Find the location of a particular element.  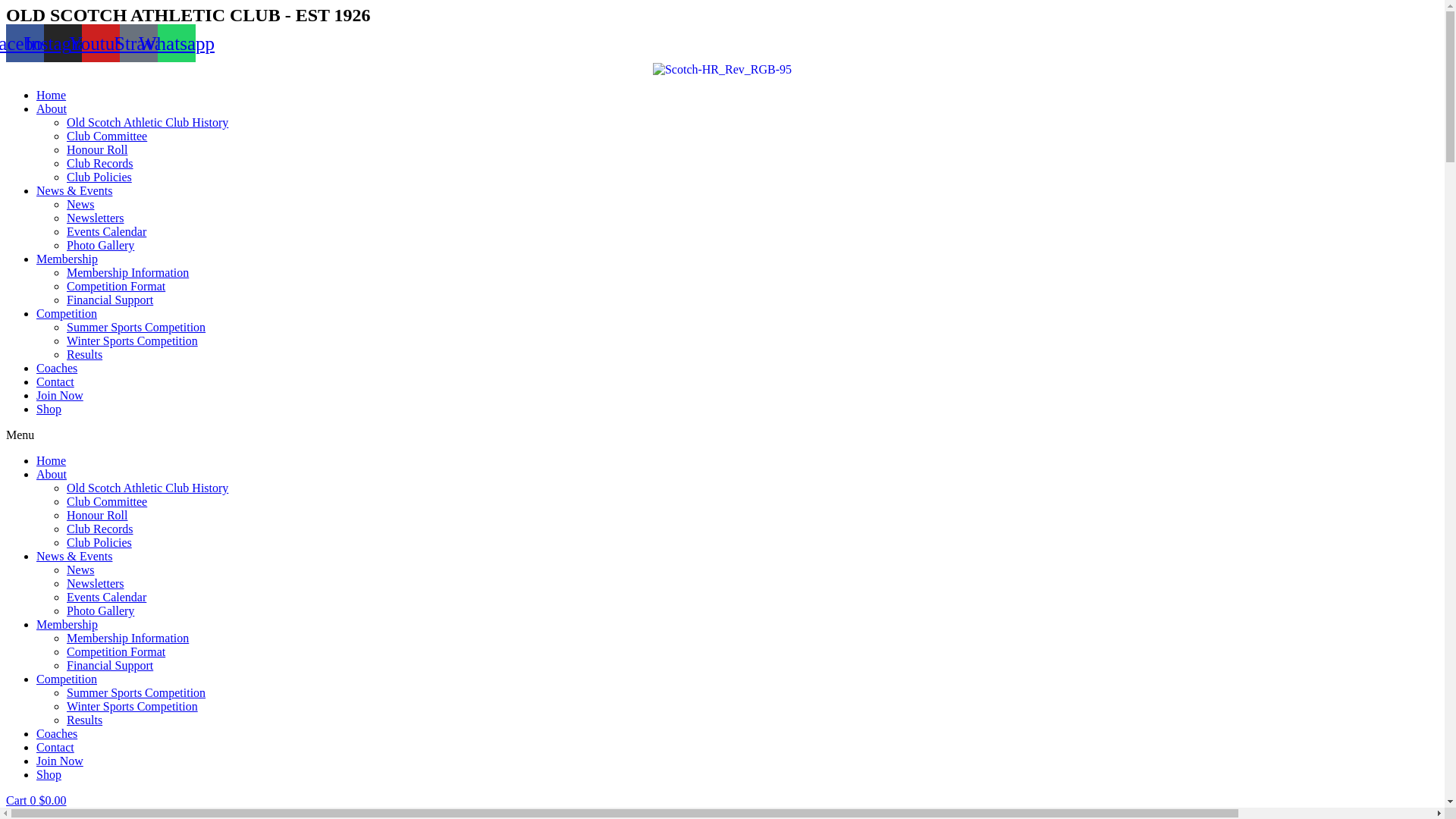

'Youtube' is located at coordinates (100, 42).